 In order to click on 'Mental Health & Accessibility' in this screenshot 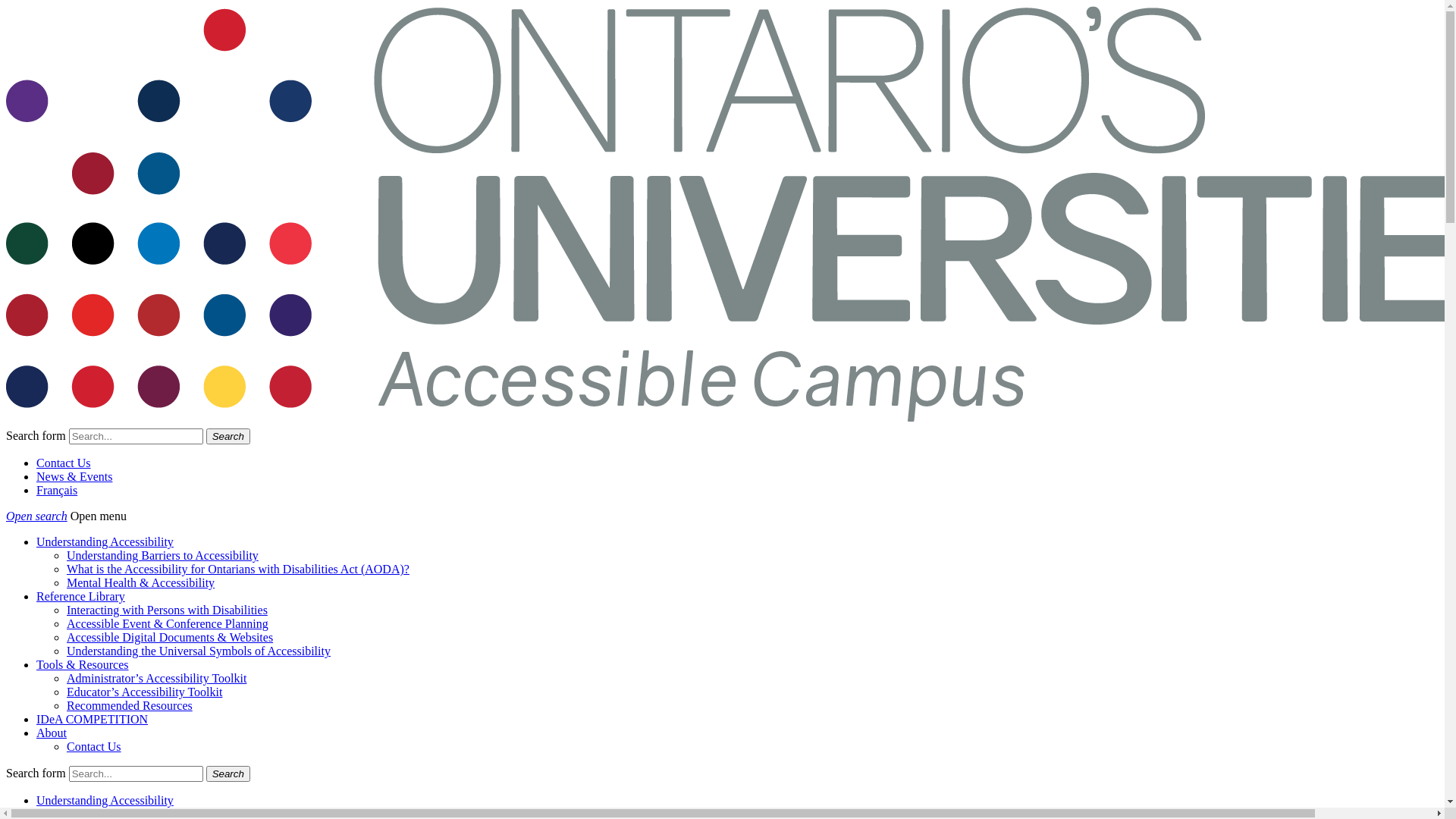, I will do `click(140, 582)`.